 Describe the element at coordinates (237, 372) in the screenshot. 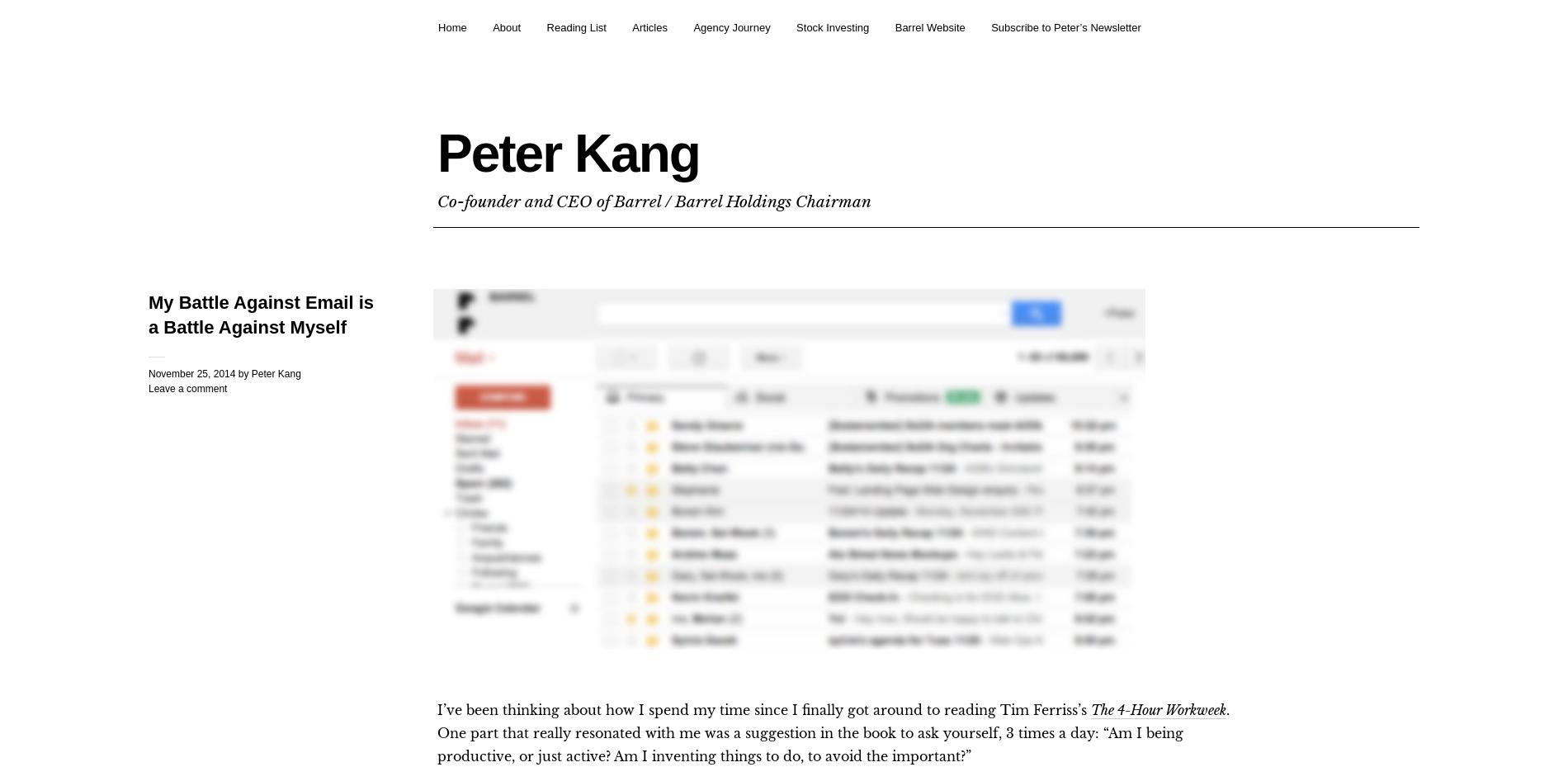

I see `'by'` at that location.